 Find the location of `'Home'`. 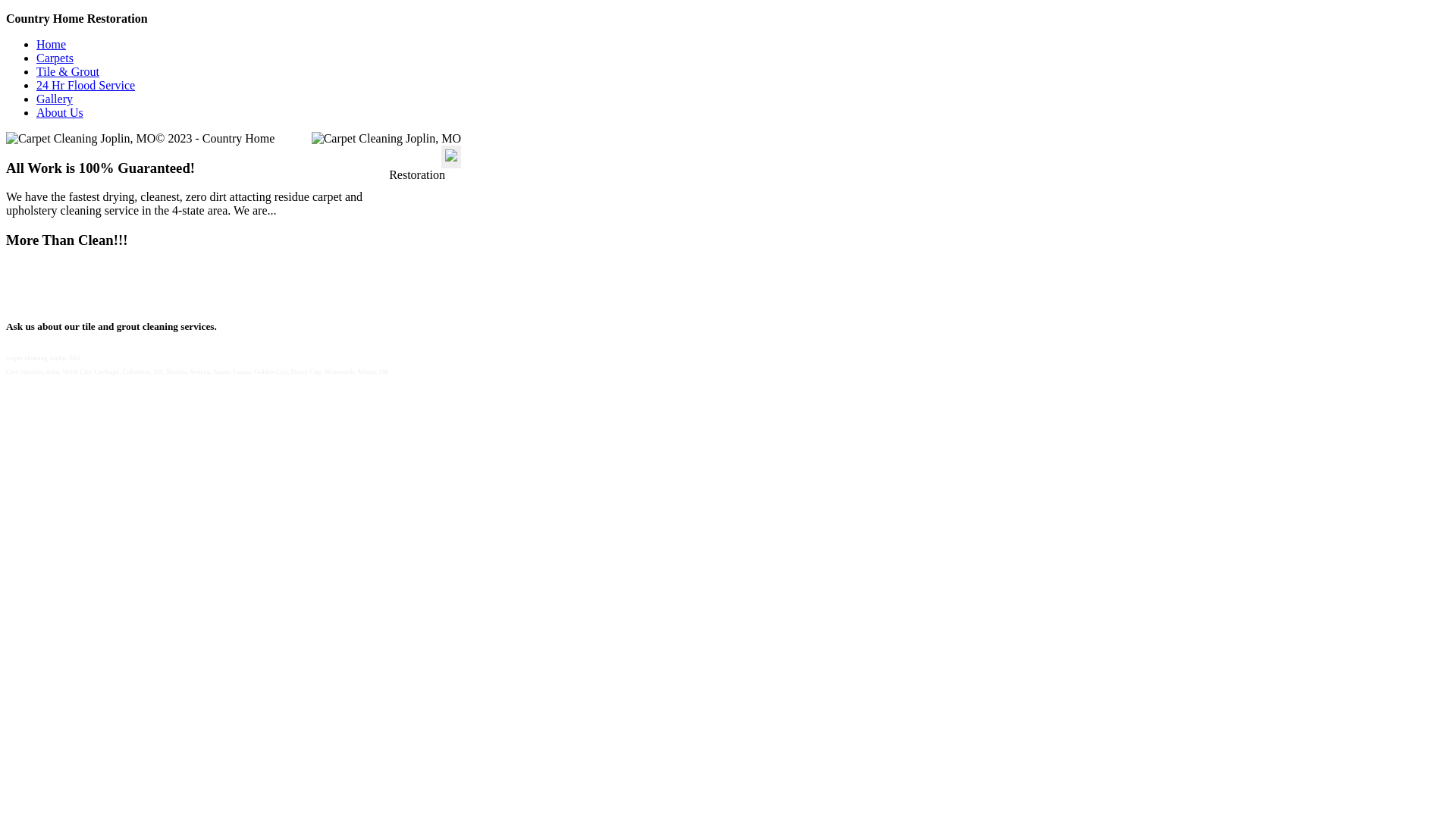

'Home' is located at coordinates (51, 43).